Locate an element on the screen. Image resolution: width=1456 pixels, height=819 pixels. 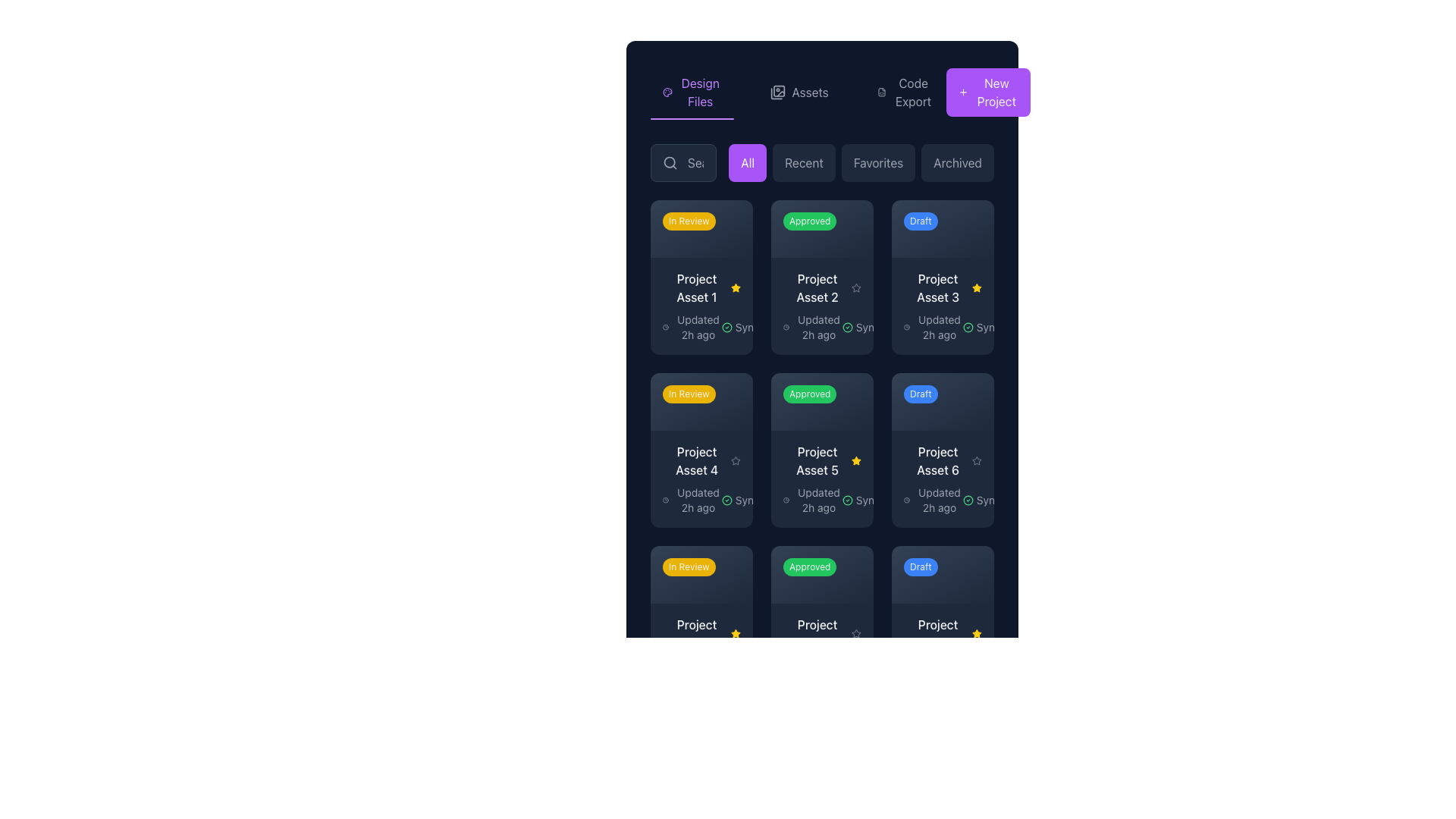
the small file icon with a code-related symbol located in the 'Code Export' menu, positioned between the 'Assets' and 'New Project' items is located at coordinates (881, 93).